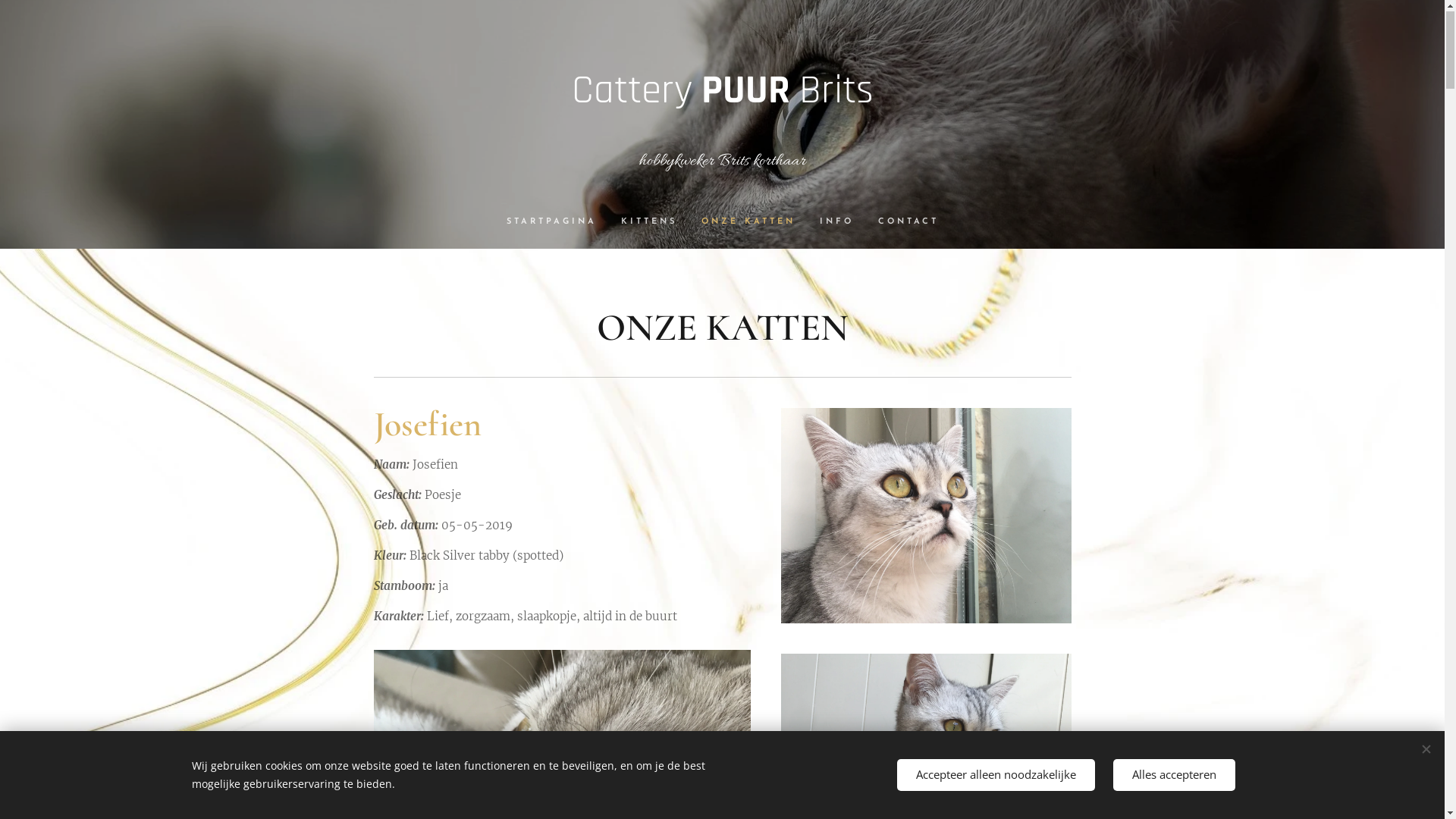  I want to click on 'INFO', so click(806, 222).